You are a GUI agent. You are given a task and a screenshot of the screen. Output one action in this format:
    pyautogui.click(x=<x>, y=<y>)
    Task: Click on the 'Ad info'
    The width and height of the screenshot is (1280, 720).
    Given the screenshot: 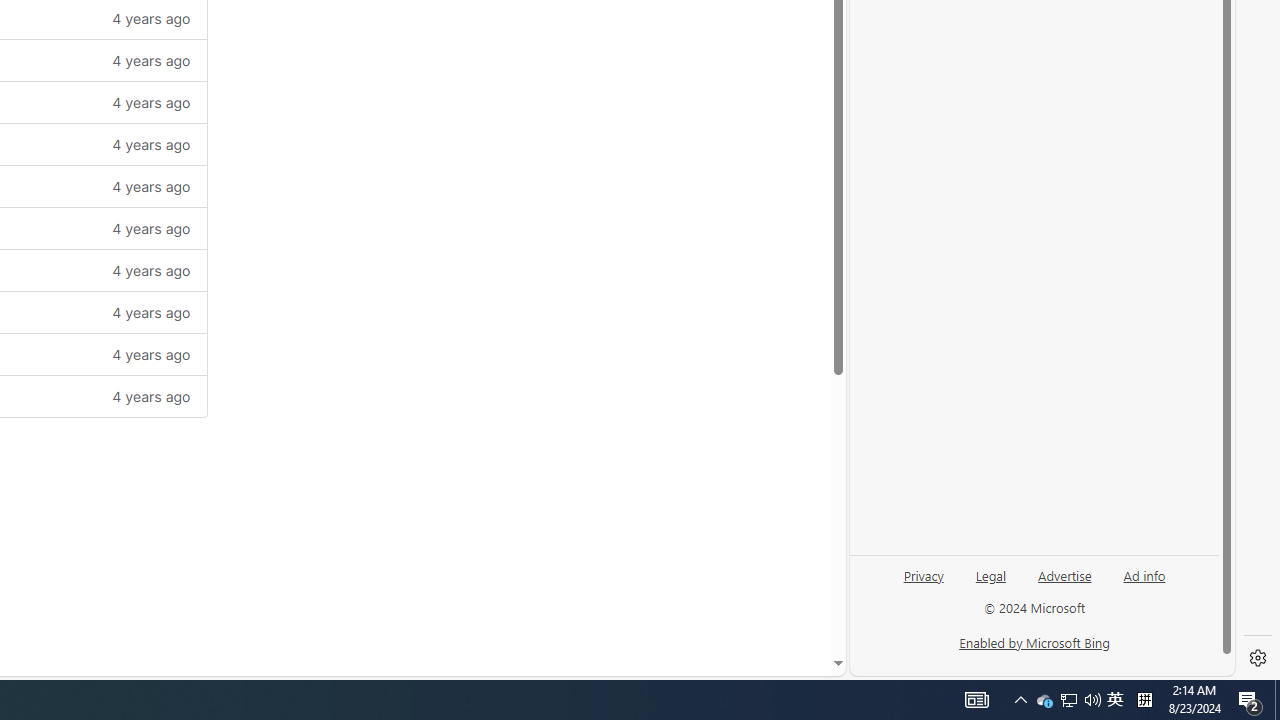 What is the action you would take?
    pyautogui.click(x=1144, y=574)
    